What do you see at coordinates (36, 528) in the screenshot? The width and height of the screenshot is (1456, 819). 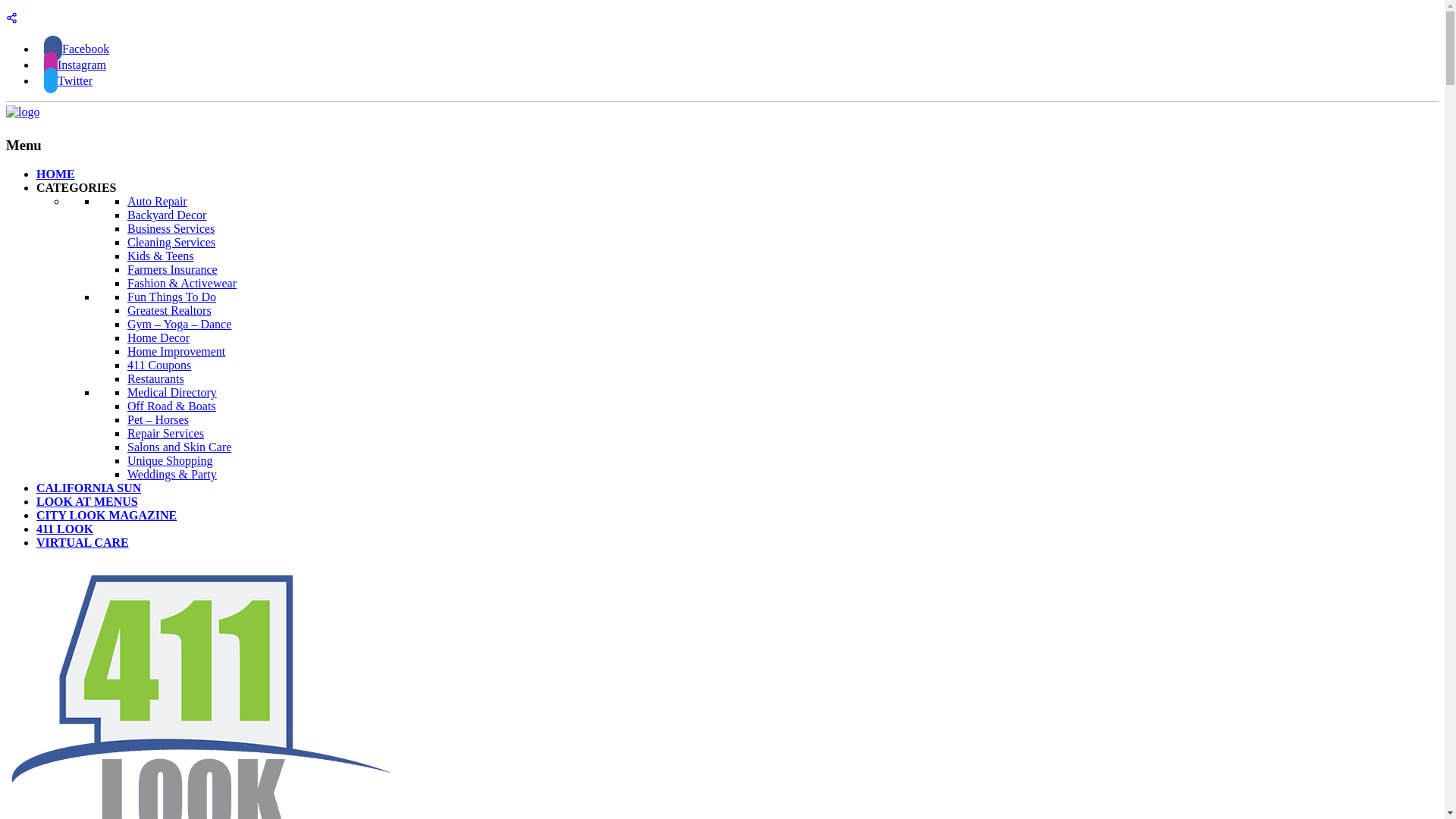 I see `'411 LOOK'` at bounding box center [36, 528].